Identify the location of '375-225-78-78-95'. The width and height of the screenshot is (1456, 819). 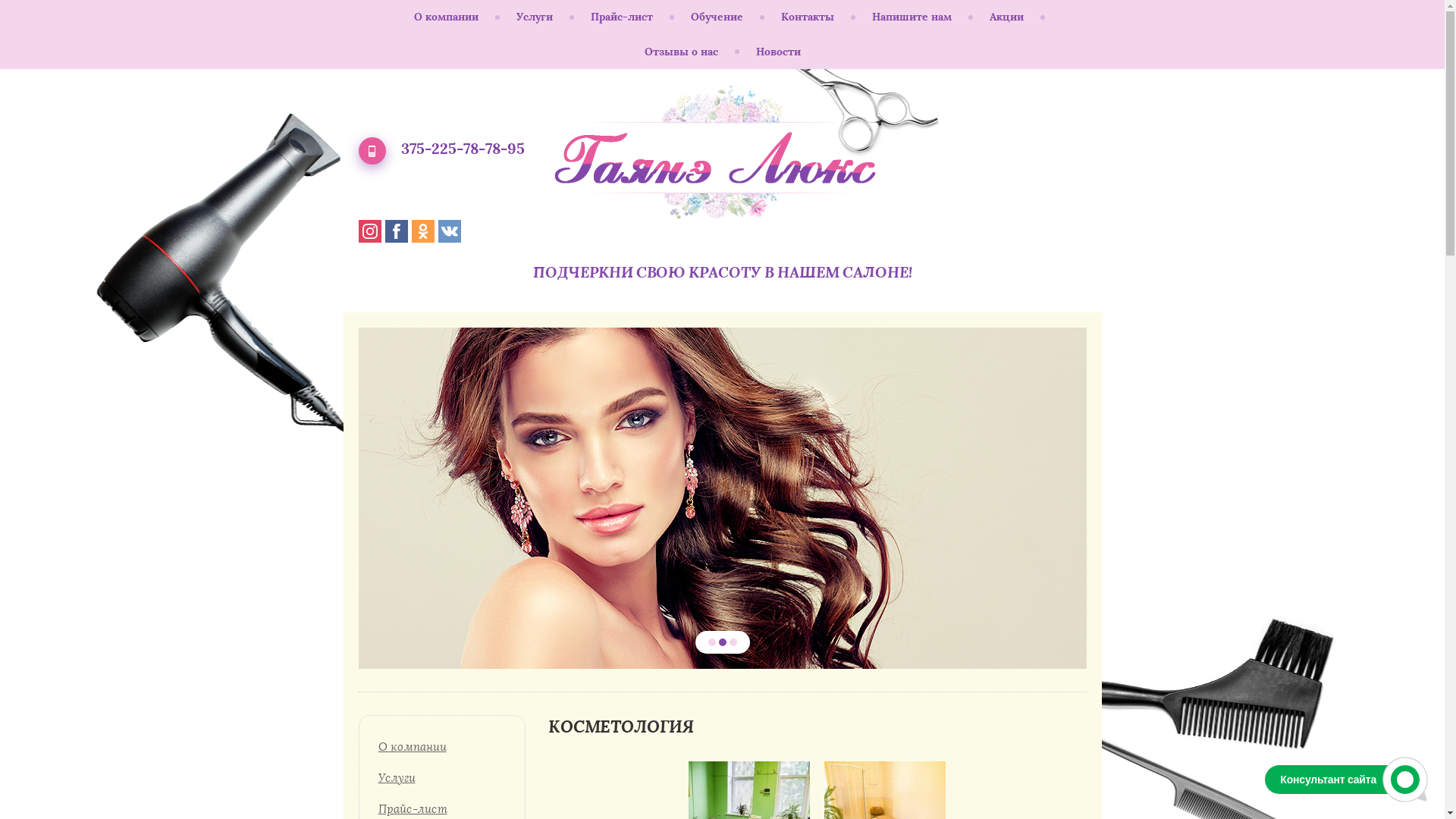
(461, 148).